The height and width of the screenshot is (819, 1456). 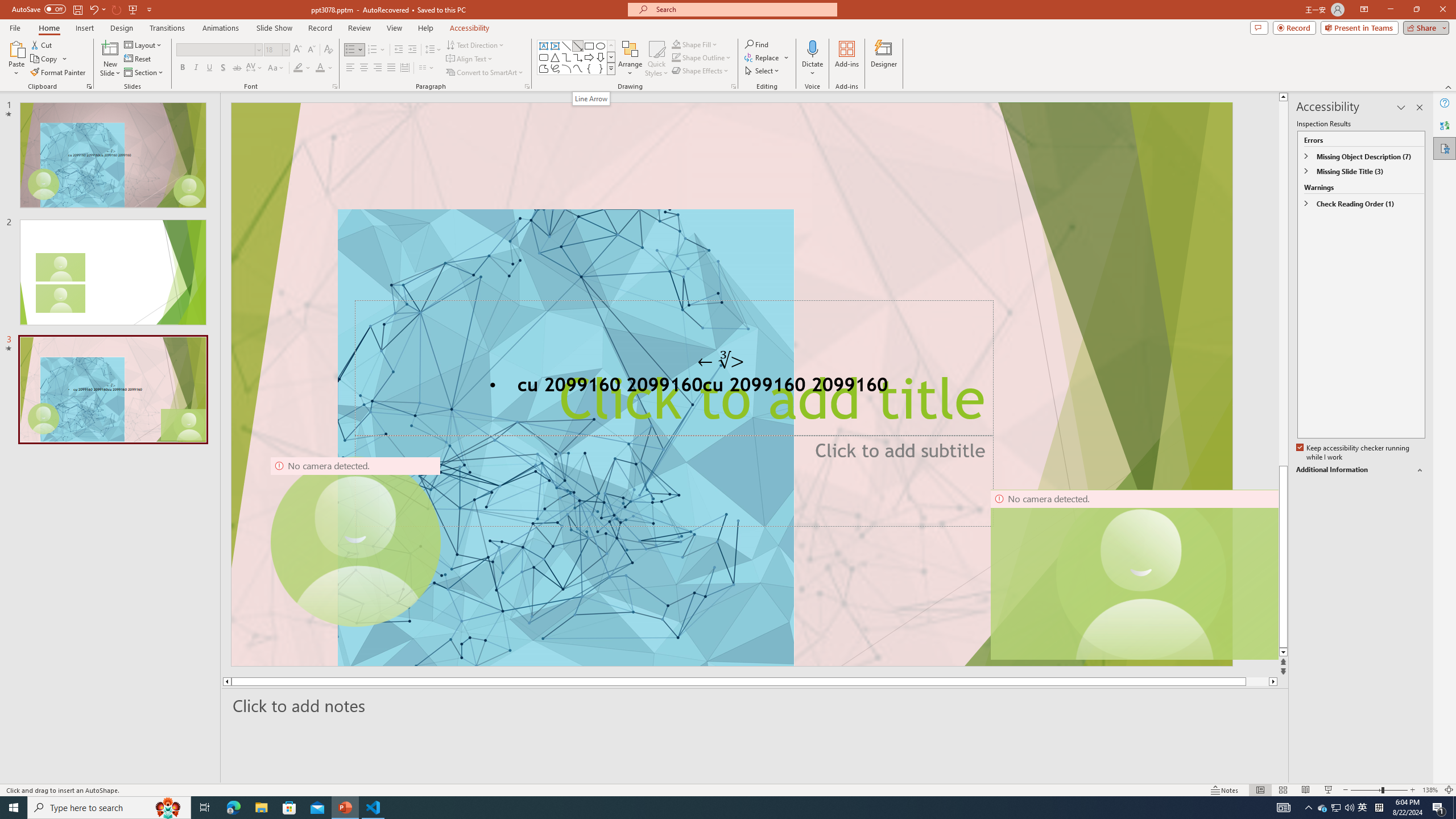 I want to click on 'TextBox 61', so click(x=730, y=386).